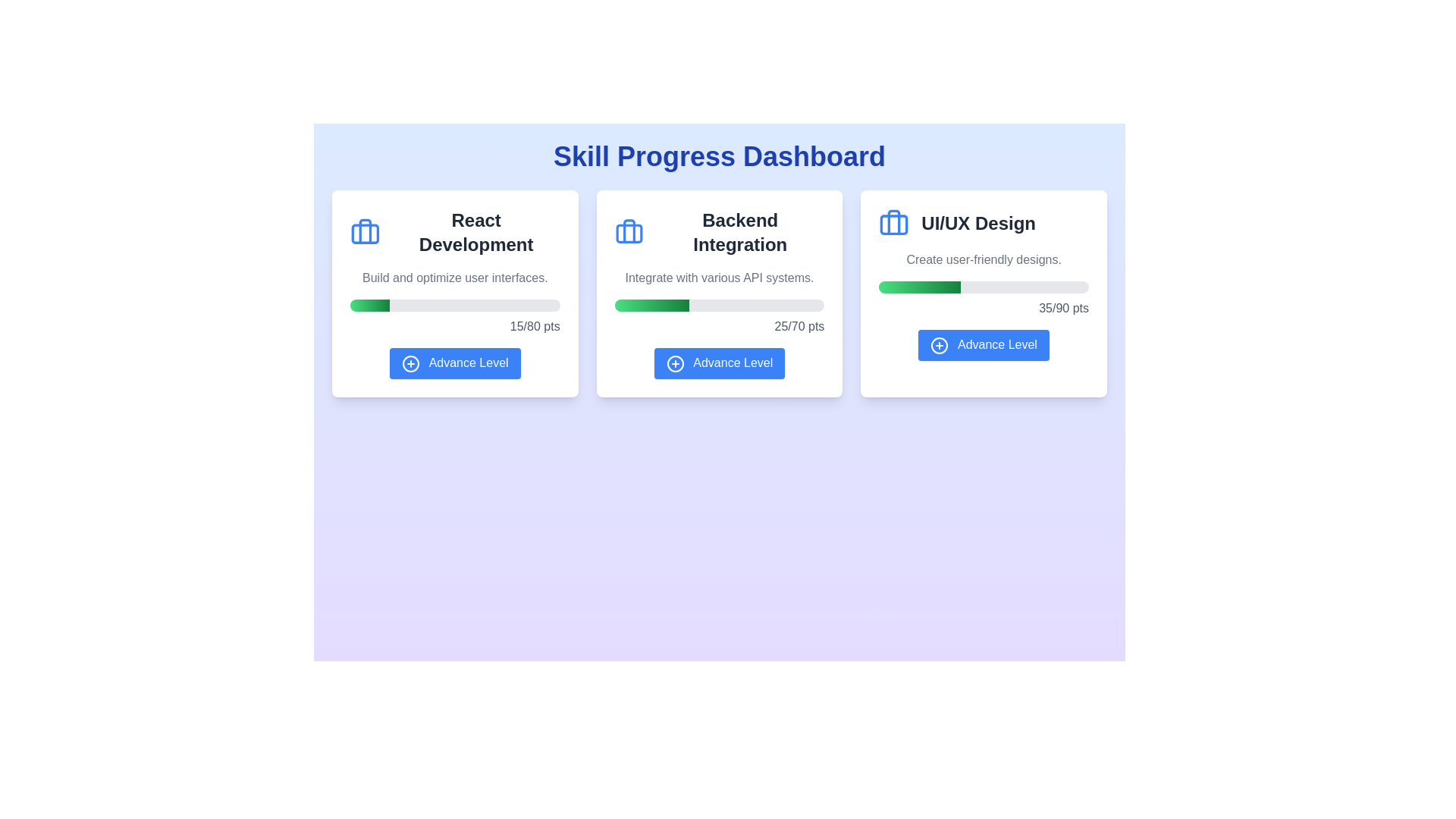 Image resolution: width=1456 pixels, height=819 pixels. Describe the element at coordinates (651, 305) in the screenshot. I see `the progress indicator segment styled with a gradient color transitioning from light green to dark green, located in the center card titled 'Backend Integration.'` at that location.